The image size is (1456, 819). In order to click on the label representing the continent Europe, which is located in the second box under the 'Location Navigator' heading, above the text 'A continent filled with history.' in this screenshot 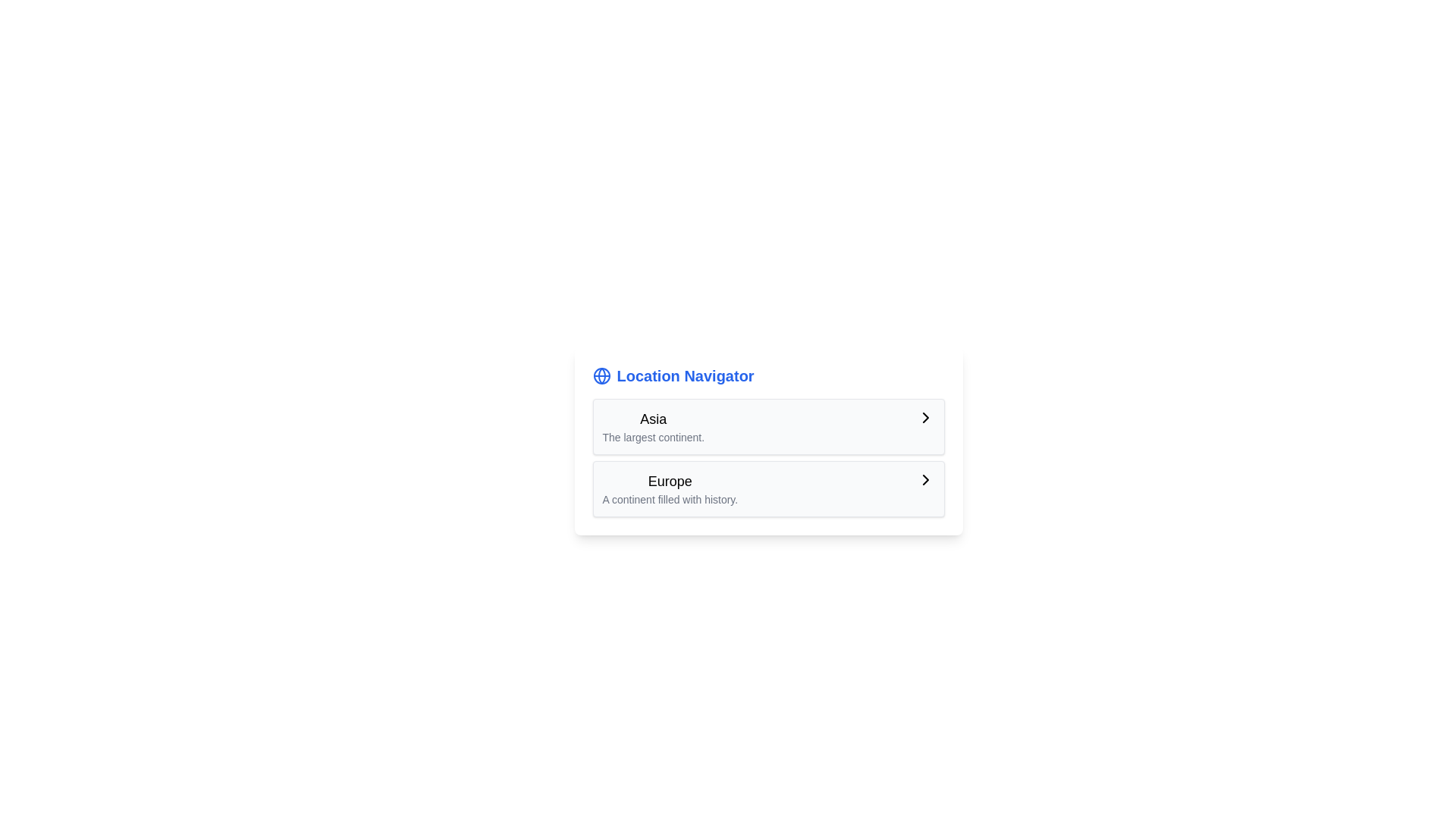, I will do `click(669, 482)`.